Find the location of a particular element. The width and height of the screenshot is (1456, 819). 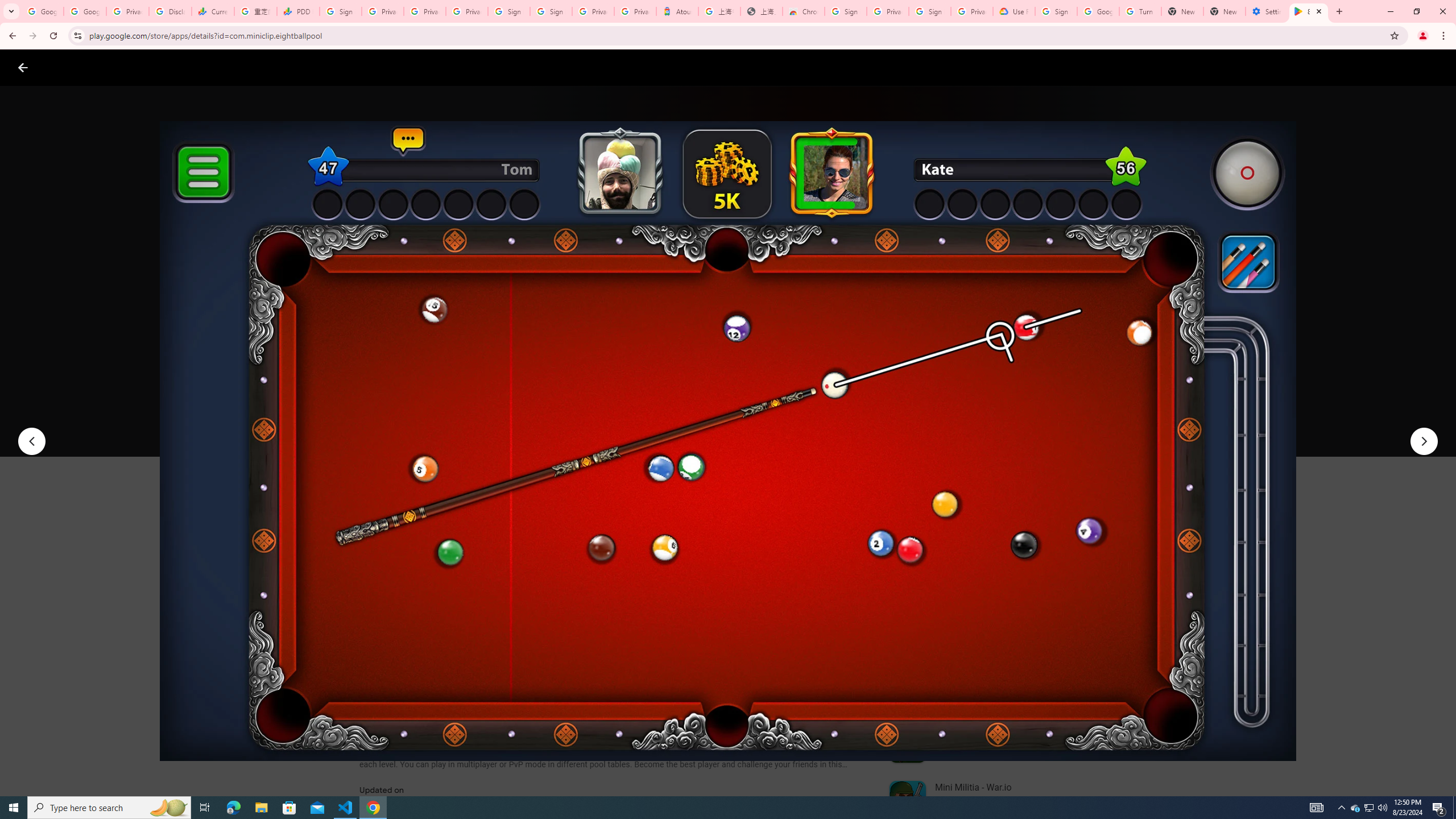

'Settings - System' is located at coordinates (1266, 11).